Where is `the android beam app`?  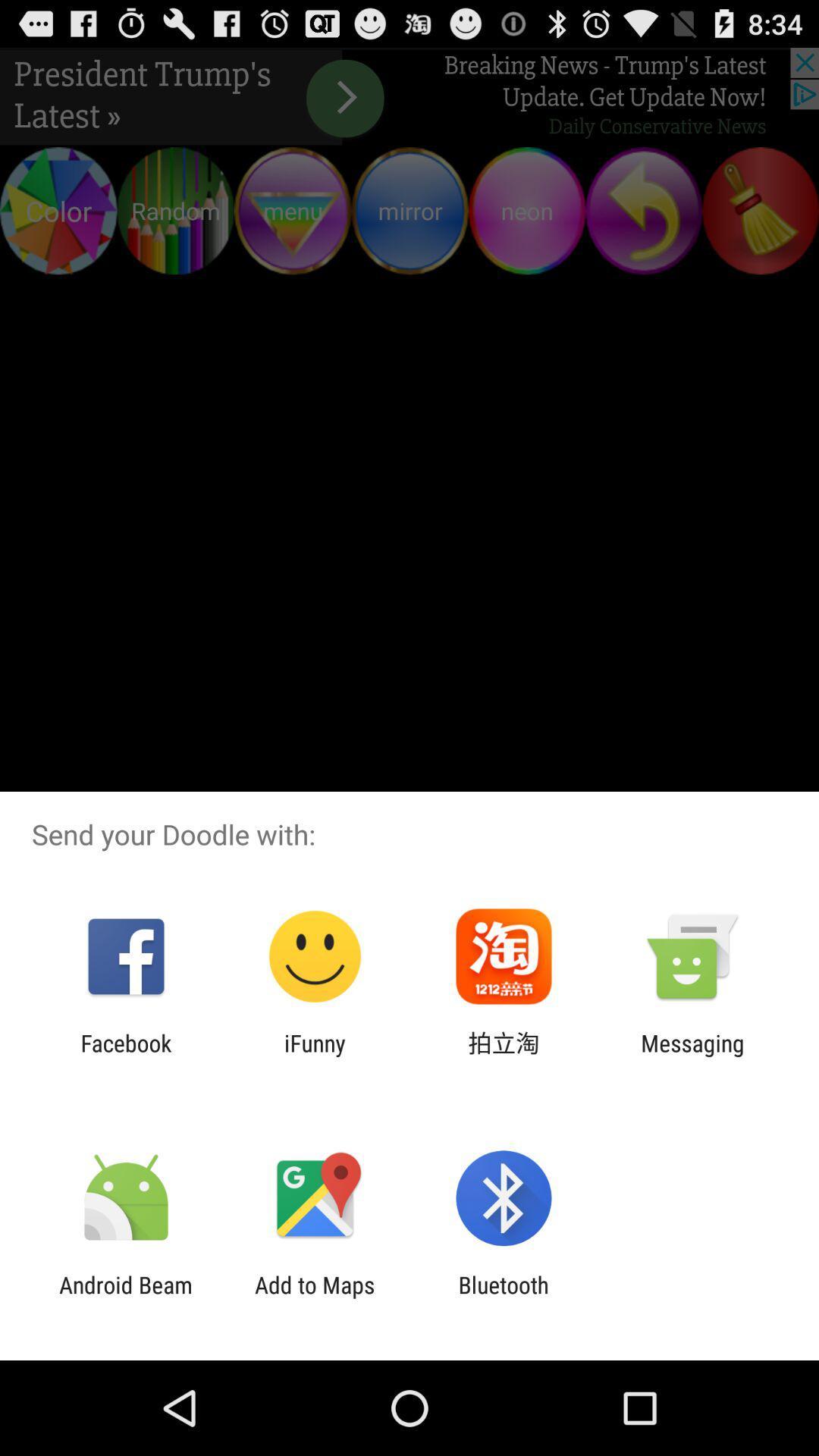
the android beam app is located at coordinates (125, 1298).